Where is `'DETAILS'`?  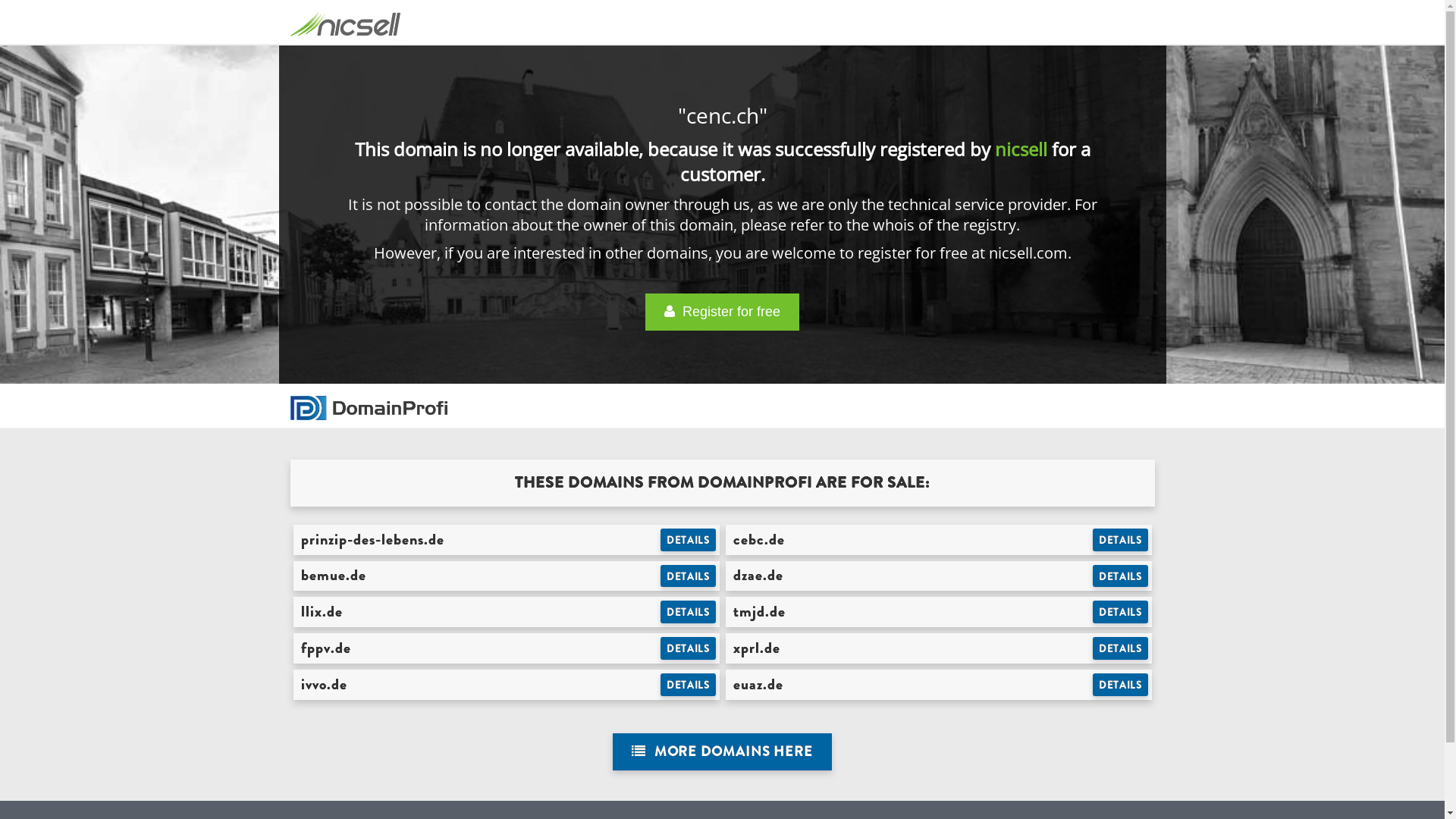 'DETAILS' is located at coordinates (687, 576).